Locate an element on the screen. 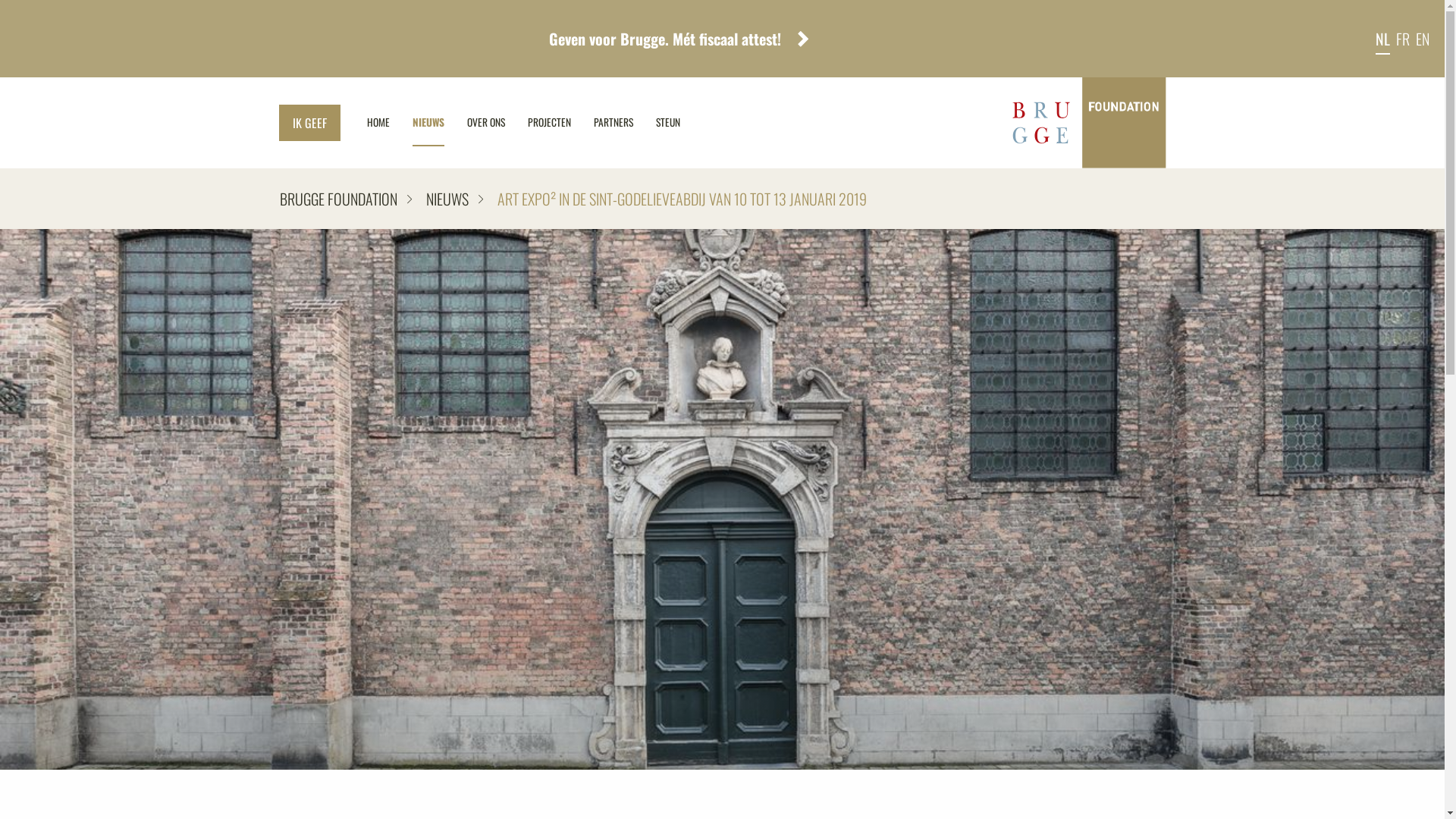 This screenshot has width=1456, height=819. 'PROJECTEN' is located at coordinates (516, 122).